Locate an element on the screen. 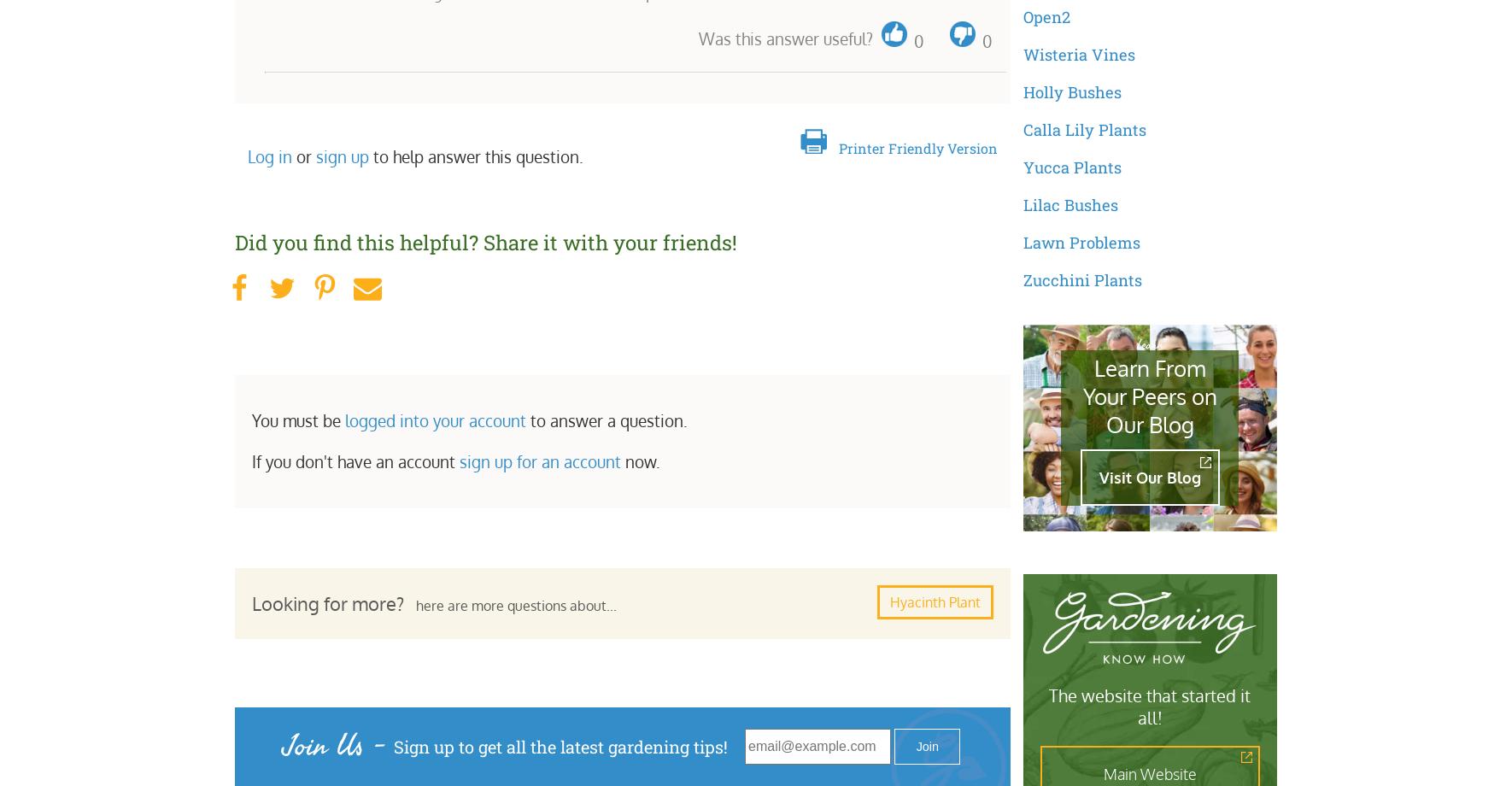 The height and width of the screenshot is (786, 1512). '-' is located at coordinates (372, 745).